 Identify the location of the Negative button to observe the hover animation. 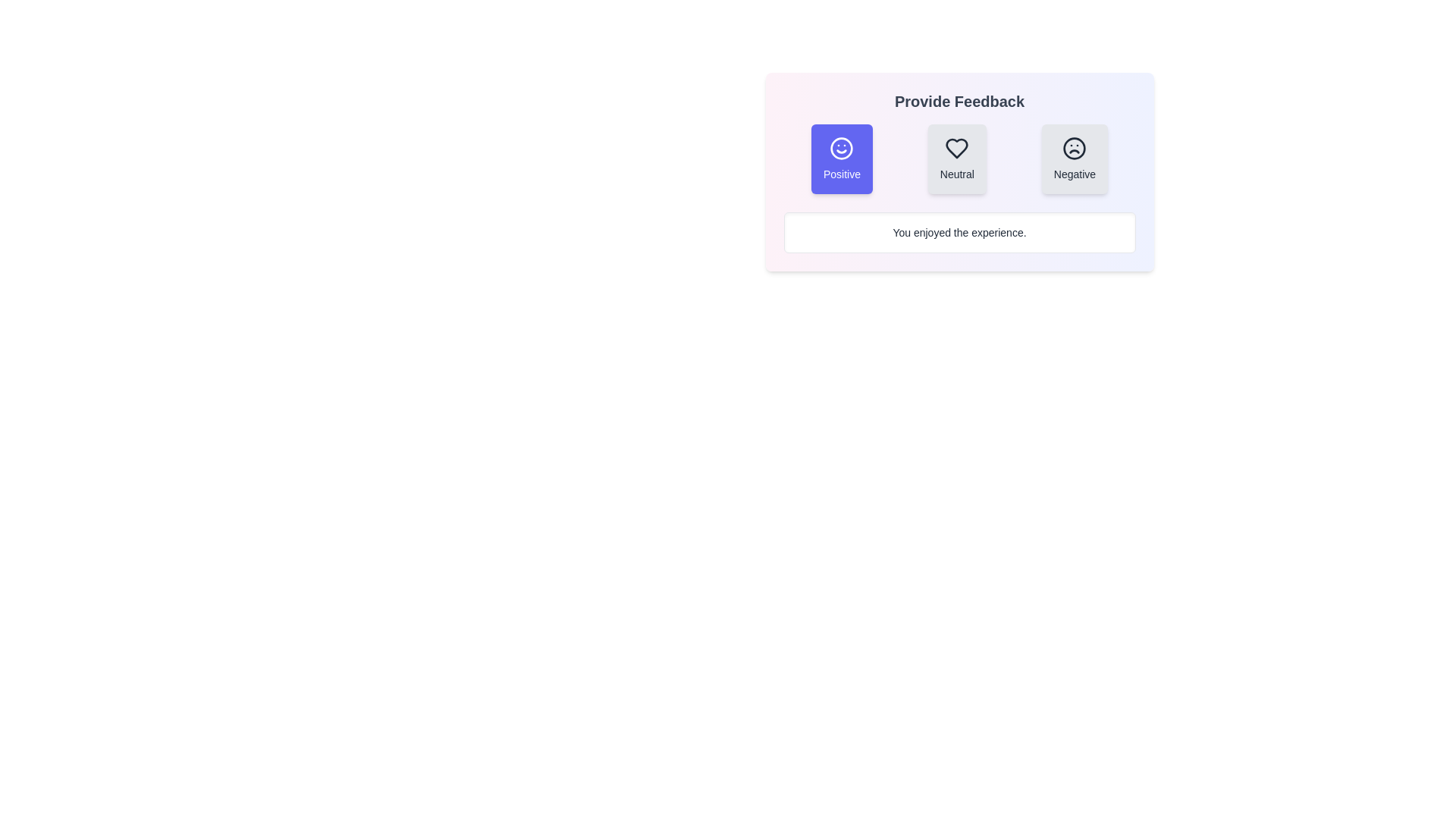
(1074, 158).